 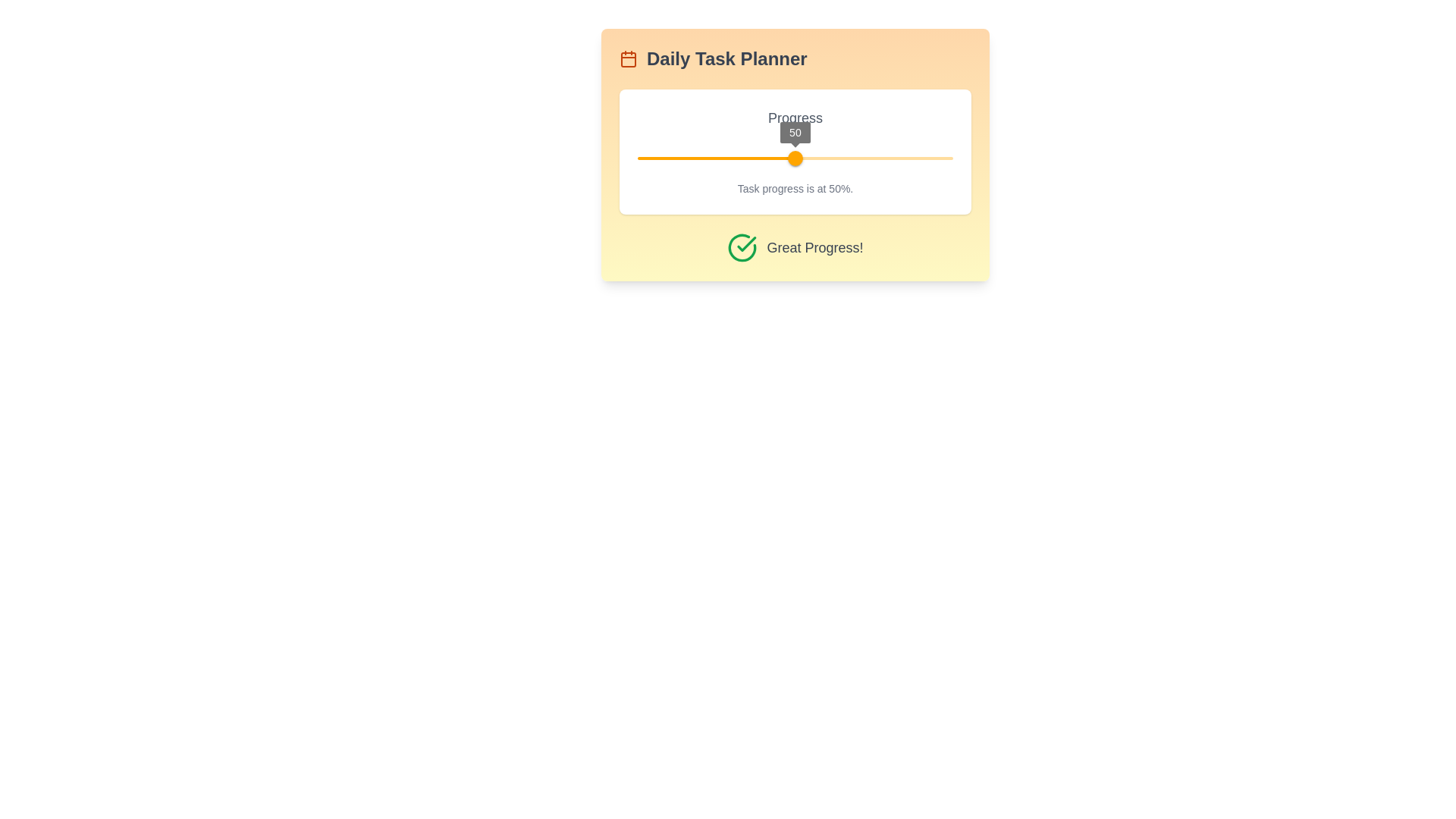 What do you see at coordinates (795, 158) in the screenshot?
I see `the slider's value` at bounding box center [795, 158].